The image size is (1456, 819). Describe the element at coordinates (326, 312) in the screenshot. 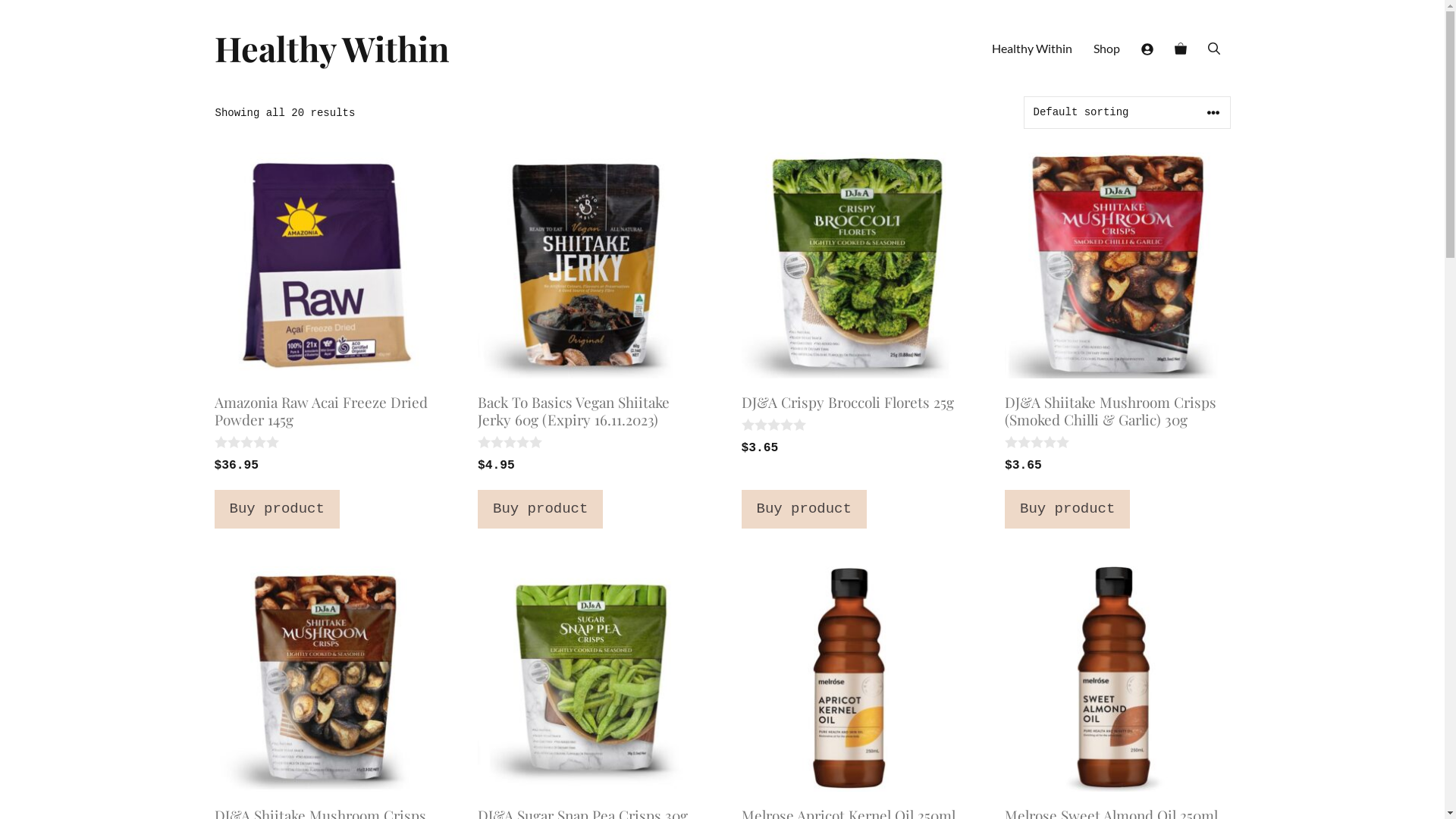

I see `'Amazonia Raw Acai Freeze Dried Powder 145g` at that location.